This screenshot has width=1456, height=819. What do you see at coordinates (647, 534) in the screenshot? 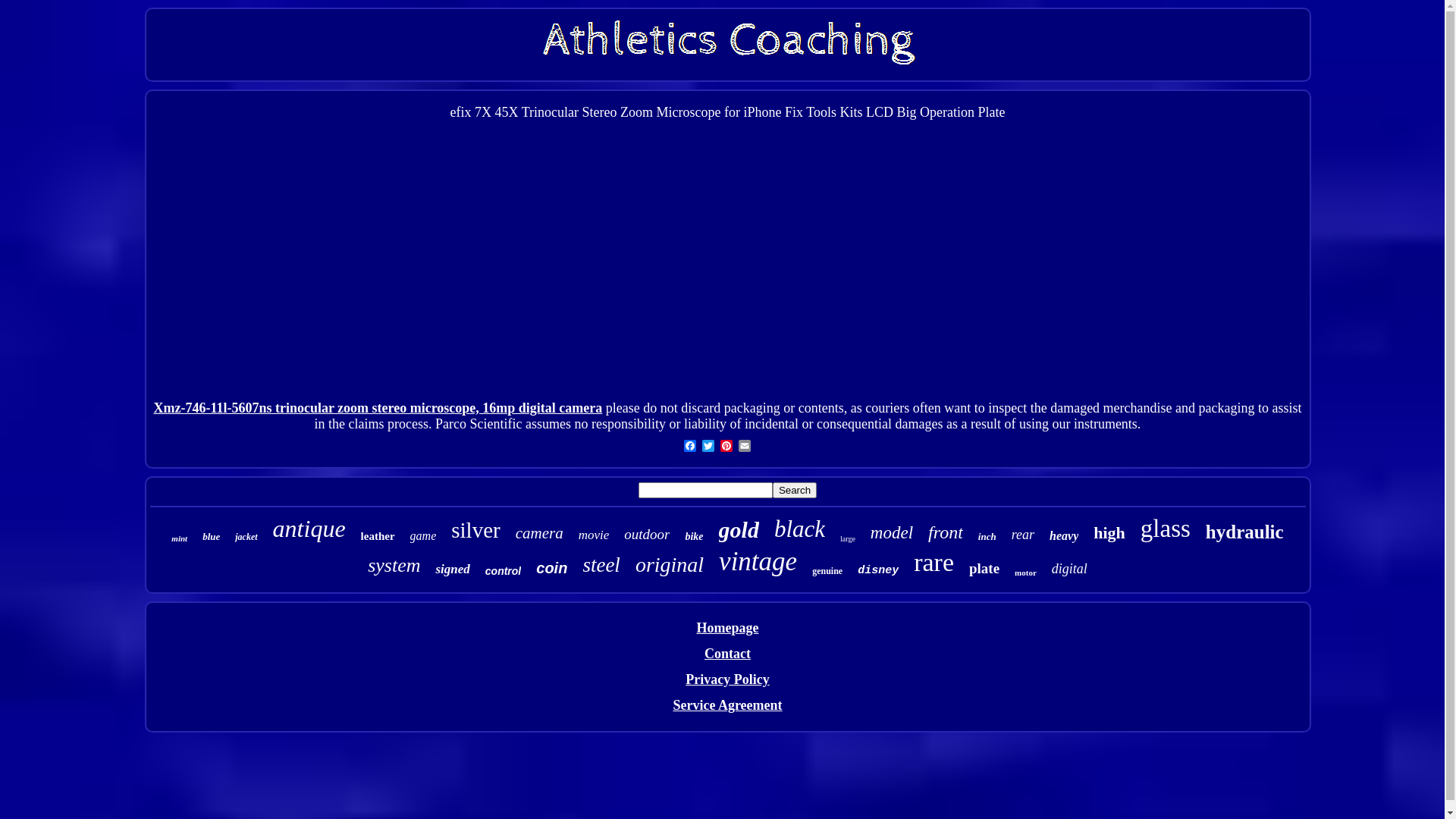
I see `'outdoor'` at bounding box center [647, 534].